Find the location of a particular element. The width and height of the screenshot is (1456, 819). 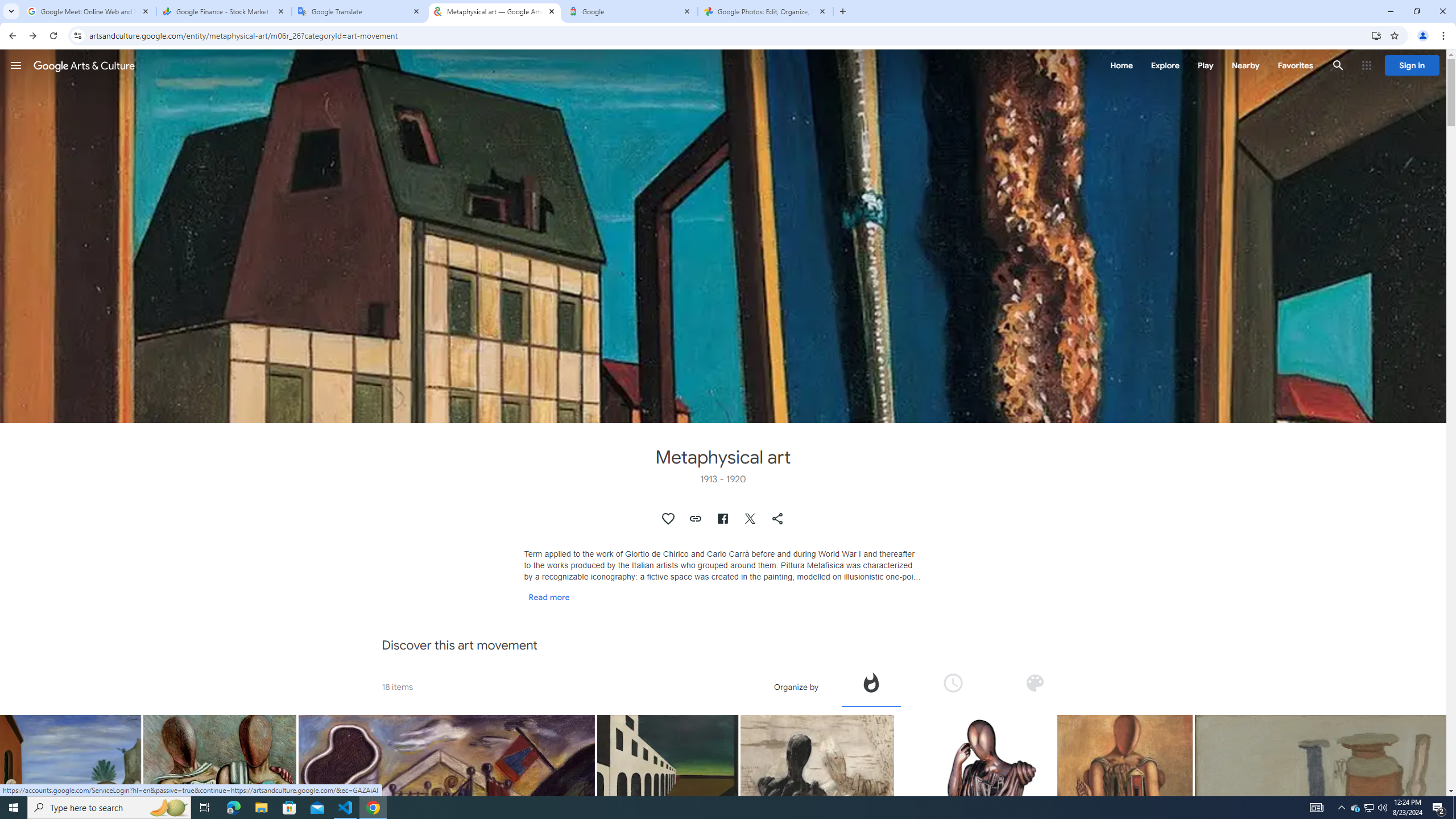

'Minimize' is located at coordinates (1389, 11).